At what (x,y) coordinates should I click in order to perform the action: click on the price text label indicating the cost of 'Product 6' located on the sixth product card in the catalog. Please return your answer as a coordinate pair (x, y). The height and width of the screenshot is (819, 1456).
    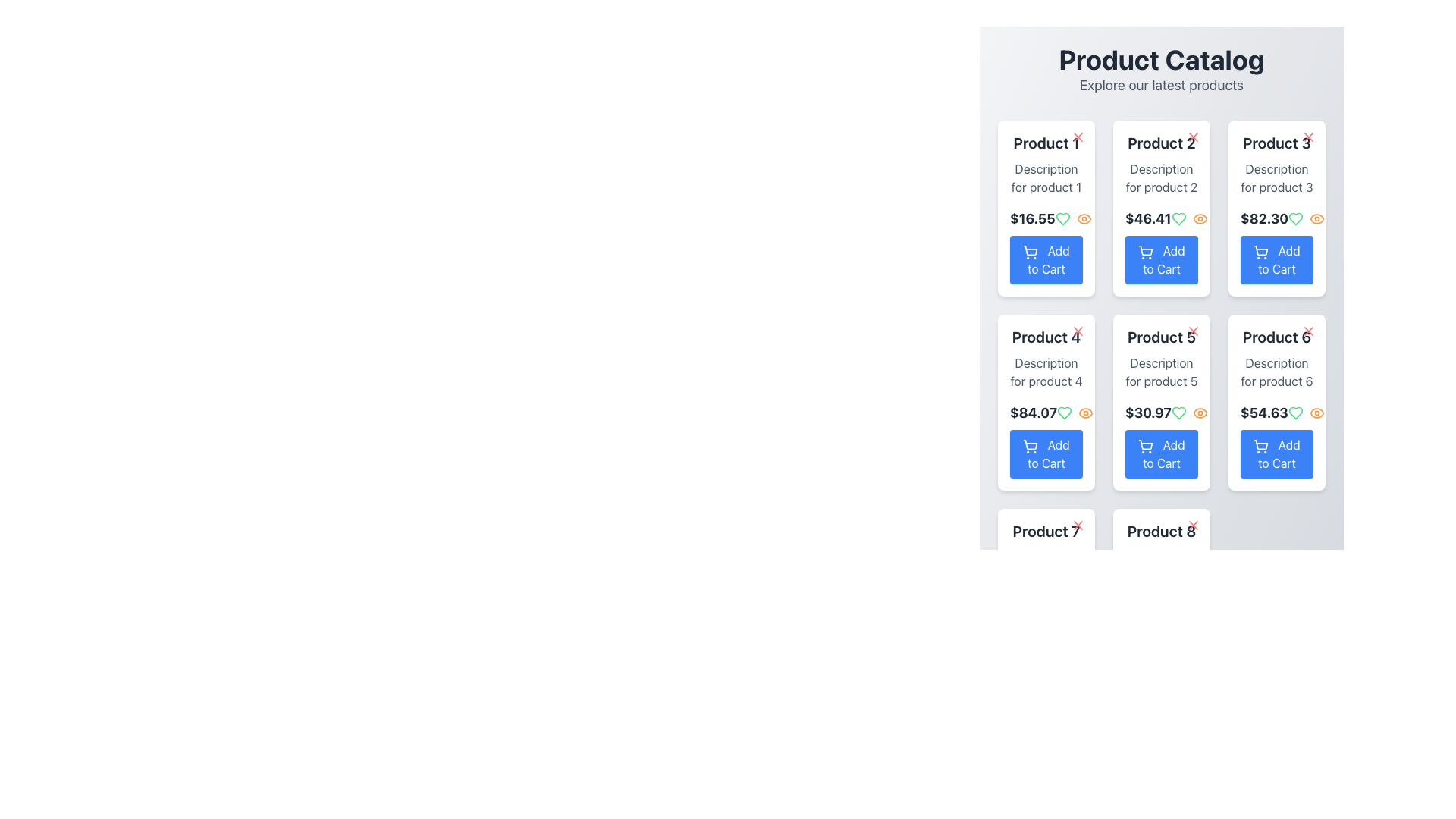
    Looking at the image, I should click on (1276, 413).